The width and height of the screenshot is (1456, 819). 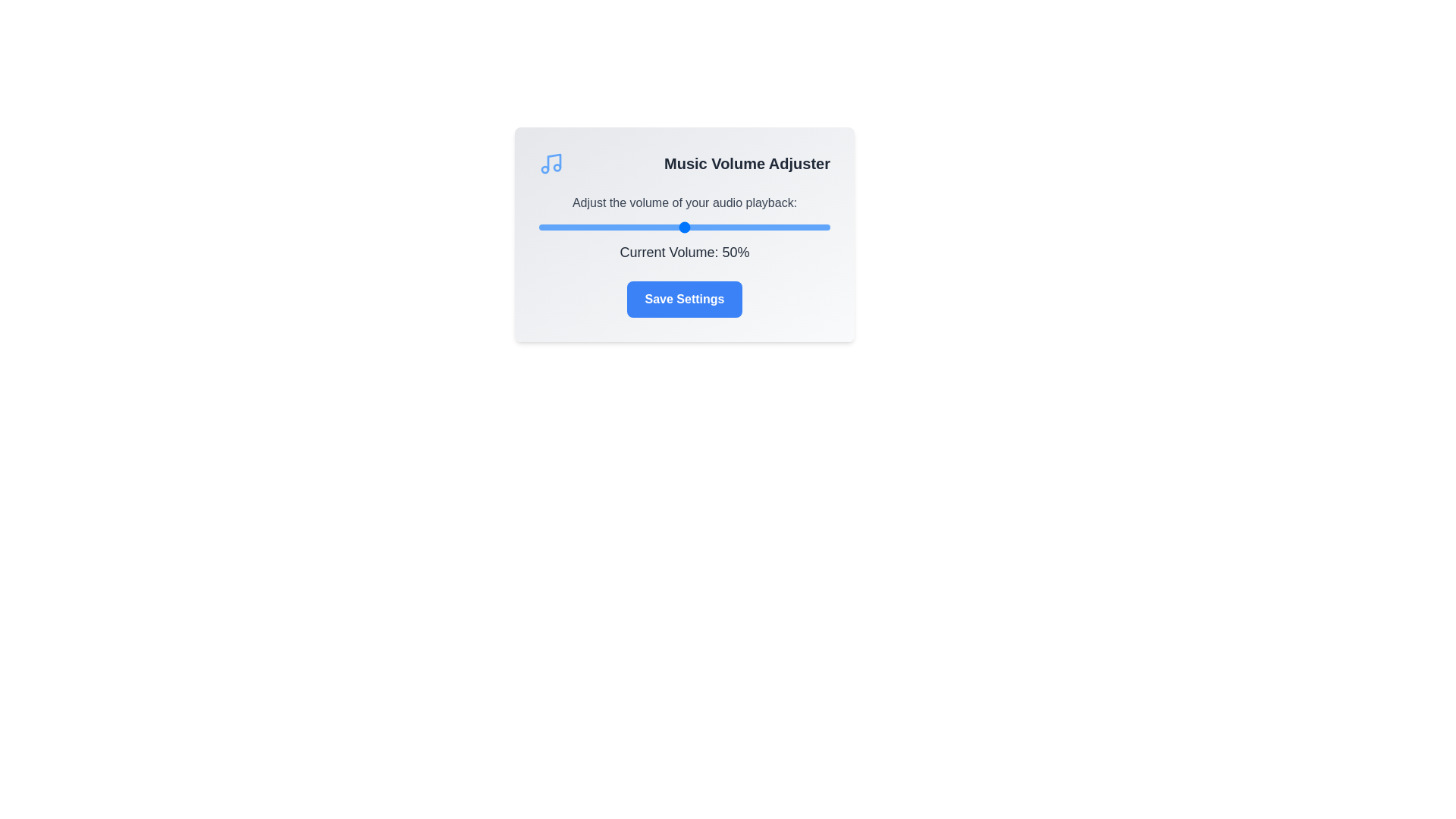 I want to click on the volume slider to 3%, so click(x=547, y=227).